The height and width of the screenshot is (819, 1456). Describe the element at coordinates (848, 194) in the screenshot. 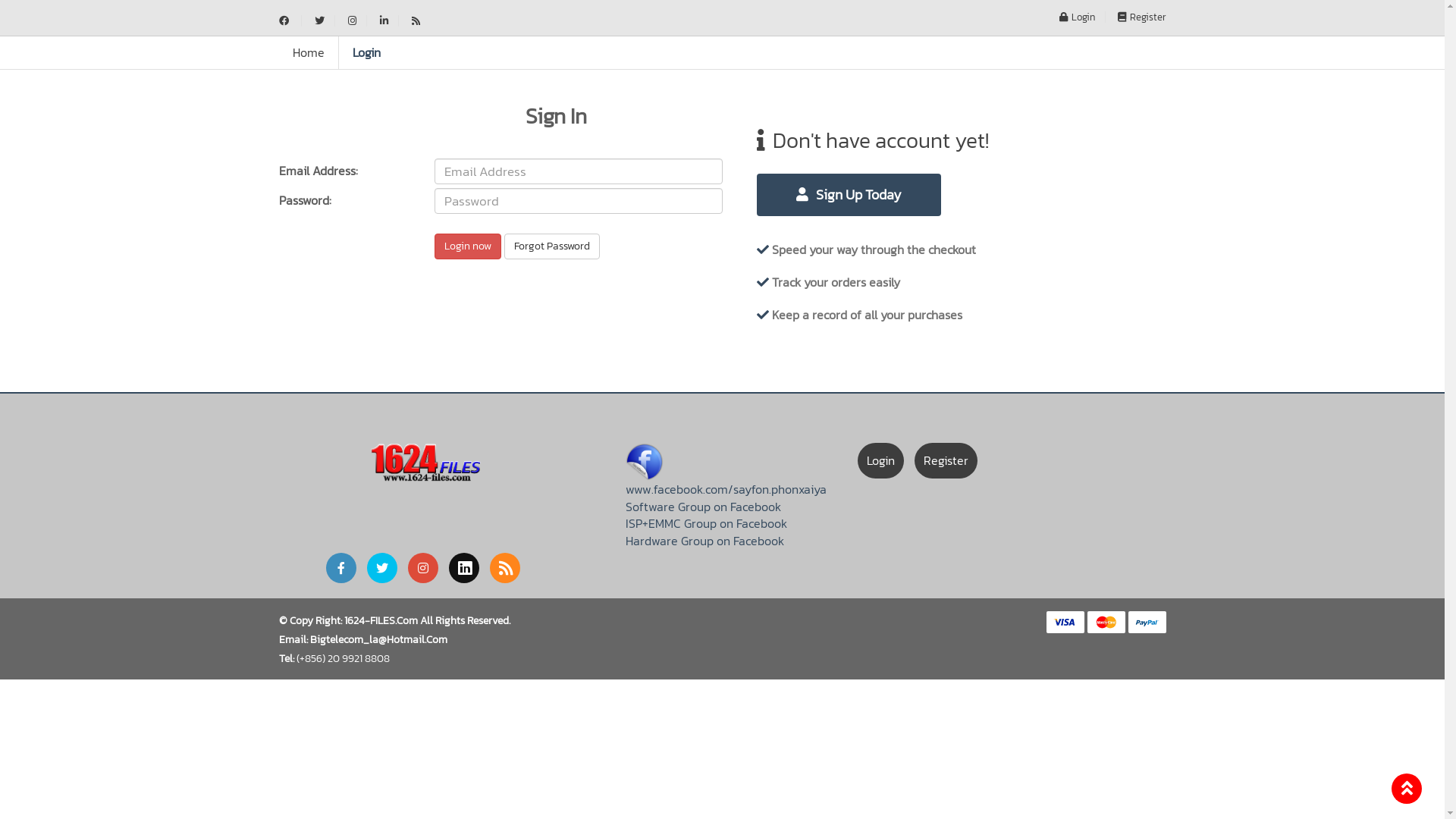

I see `'Sign Up Today'` at that location.